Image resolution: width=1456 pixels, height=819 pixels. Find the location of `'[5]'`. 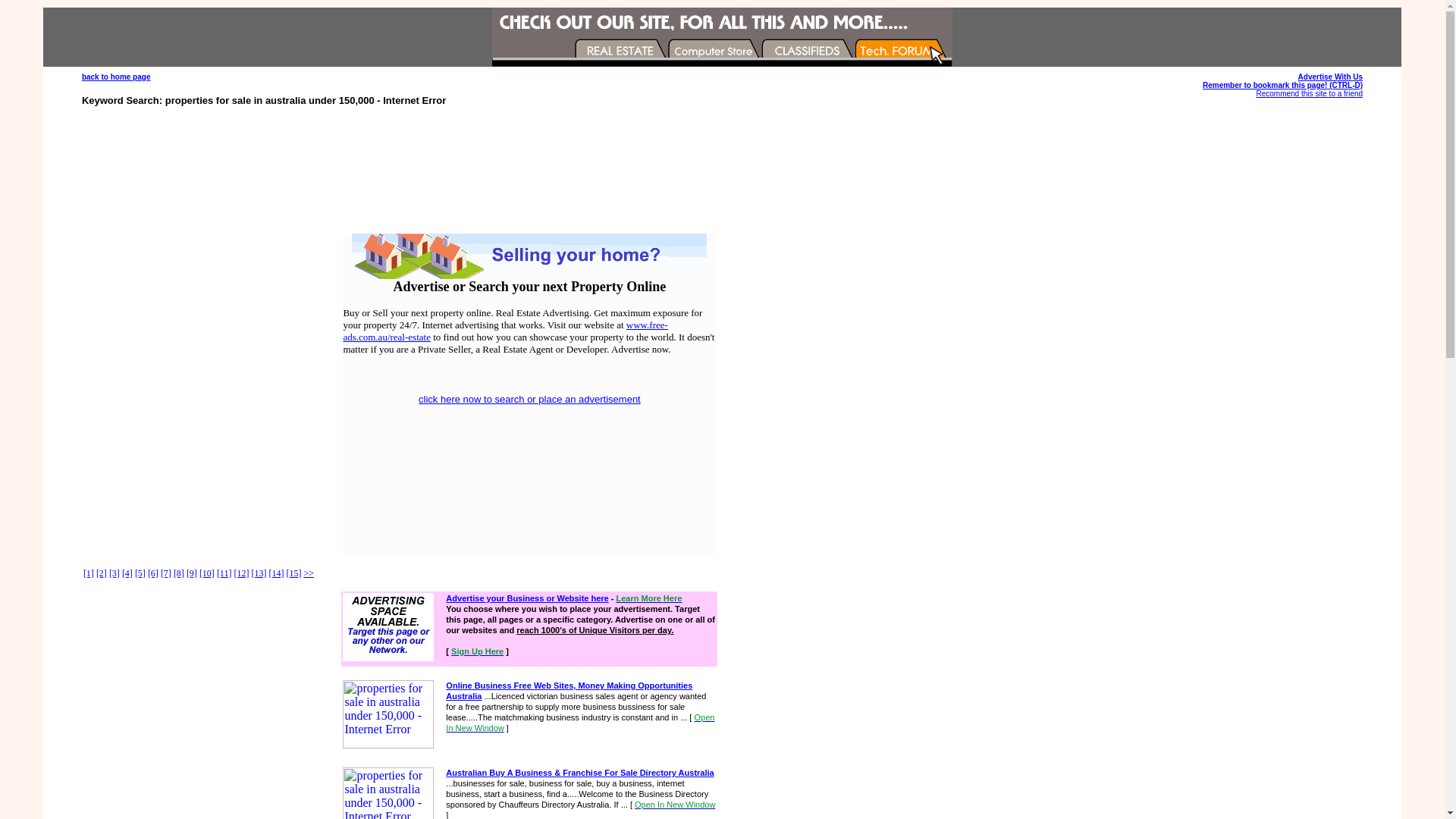

'[5]' is located at coordinates (140, 573).